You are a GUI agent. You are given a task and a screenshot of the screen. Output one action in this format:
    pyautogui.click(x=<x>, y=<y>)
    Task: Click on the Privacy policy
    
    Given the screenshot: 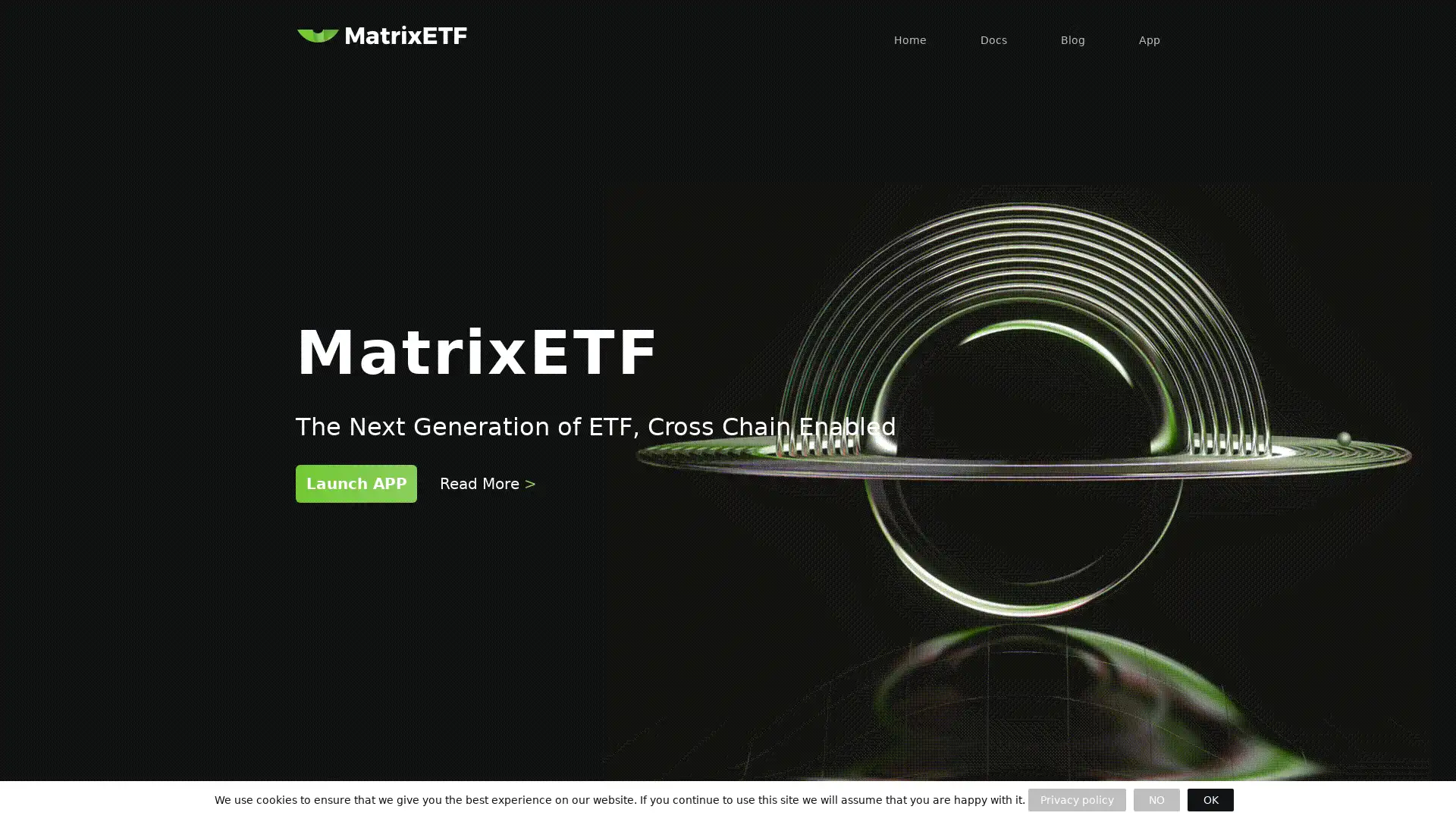 What is the action you would take?
    pyautogui.click(x=1076, y=799)
    